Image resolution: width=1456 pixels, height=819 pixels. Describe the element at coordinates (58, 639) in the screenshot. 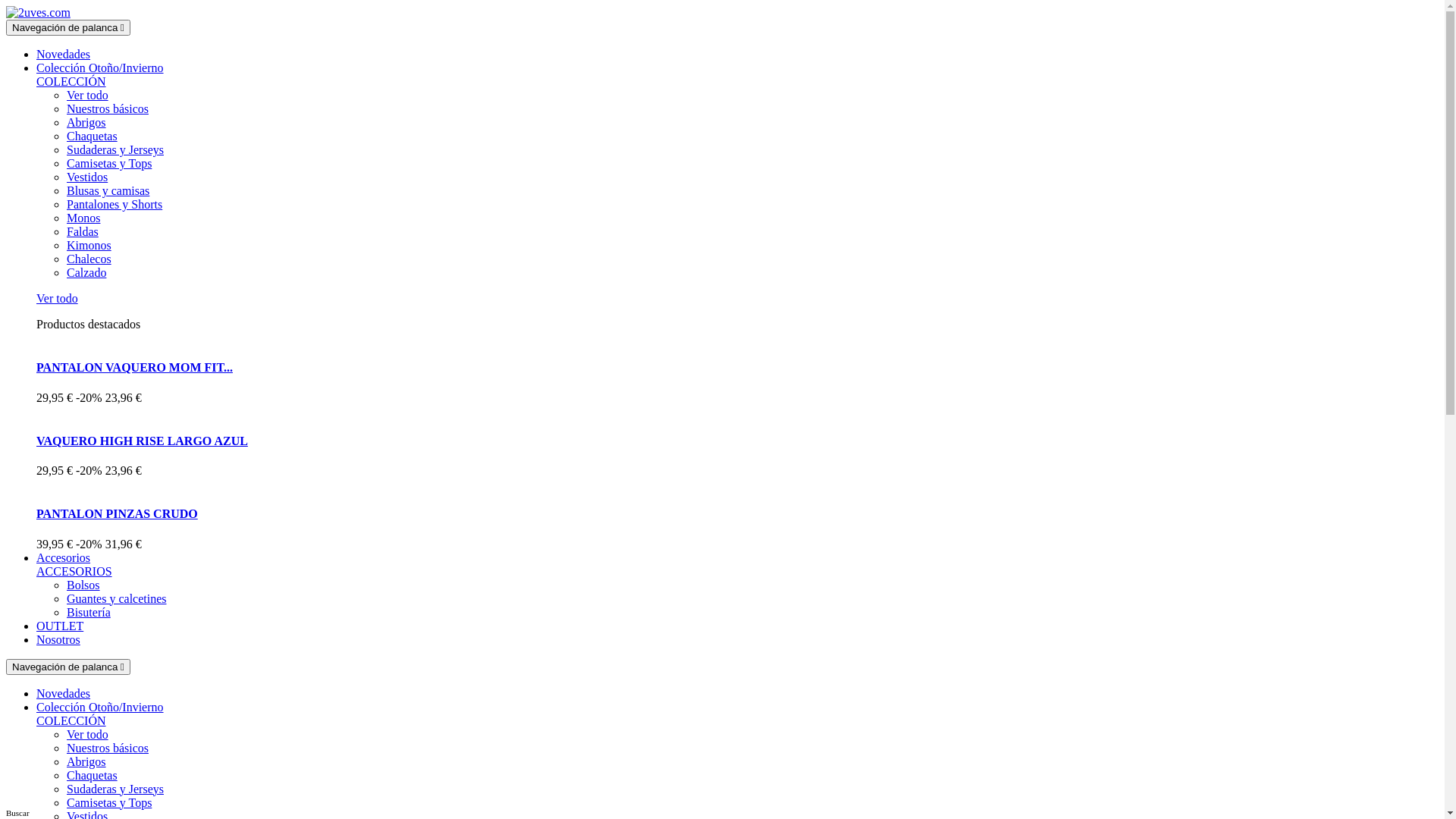

I see `'Nosotros'` at that location.